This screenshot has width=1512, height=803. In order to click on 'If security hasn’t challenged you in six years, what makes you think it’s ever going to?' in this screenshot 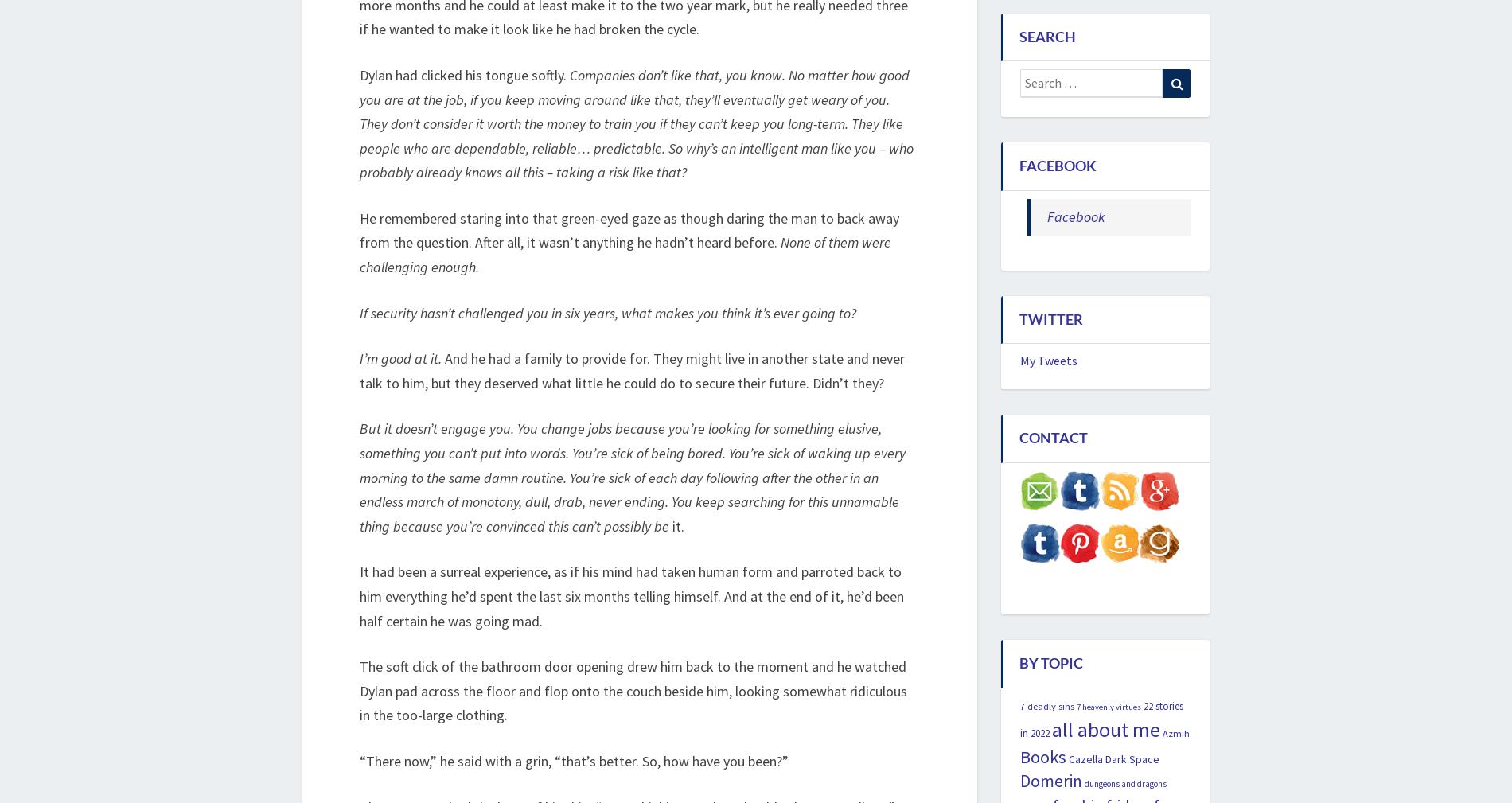, I will do `click(606, 311)`.